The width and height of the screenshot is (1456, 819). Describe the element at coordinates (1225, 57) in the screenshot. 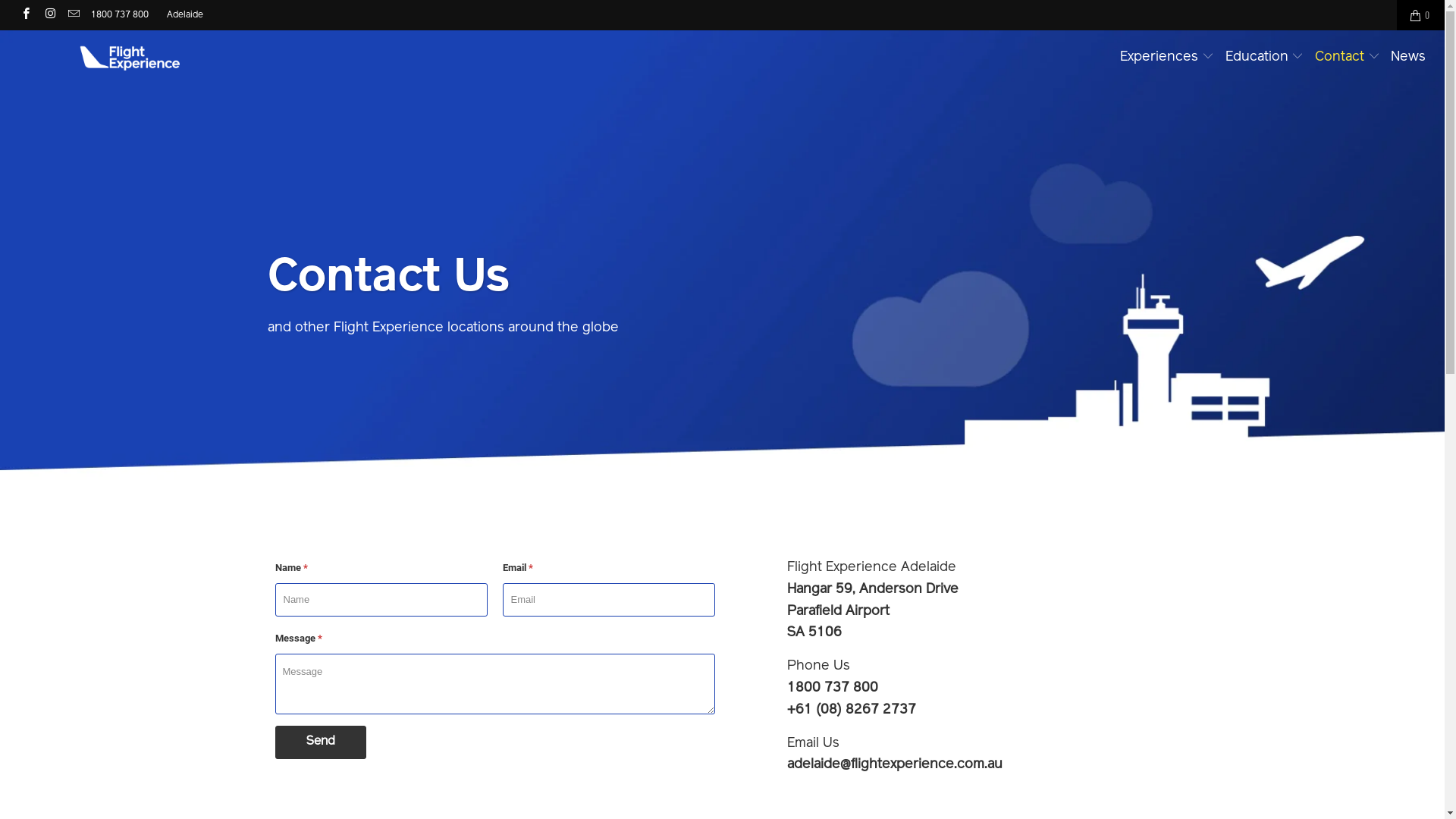

I see `'Education'` at that location.